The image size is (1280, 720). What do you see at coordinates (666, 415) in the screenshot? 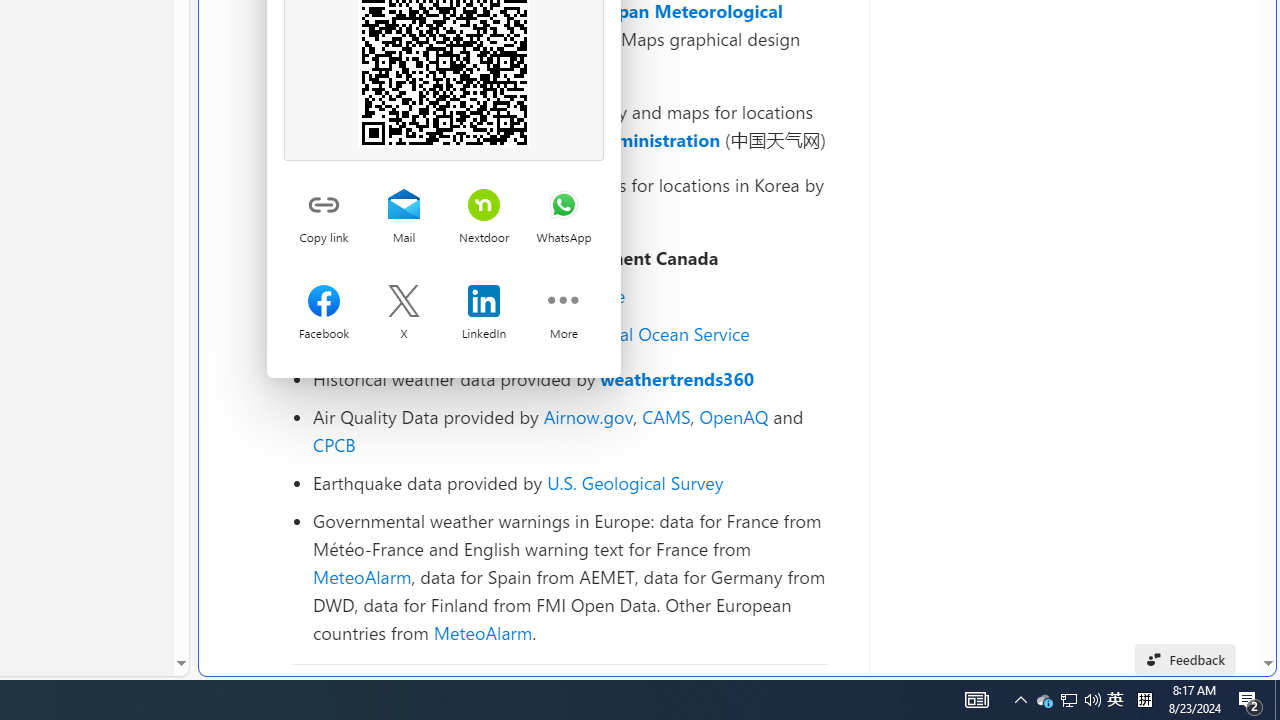
I see `'CAMS'` at bounding box center [666, 415].